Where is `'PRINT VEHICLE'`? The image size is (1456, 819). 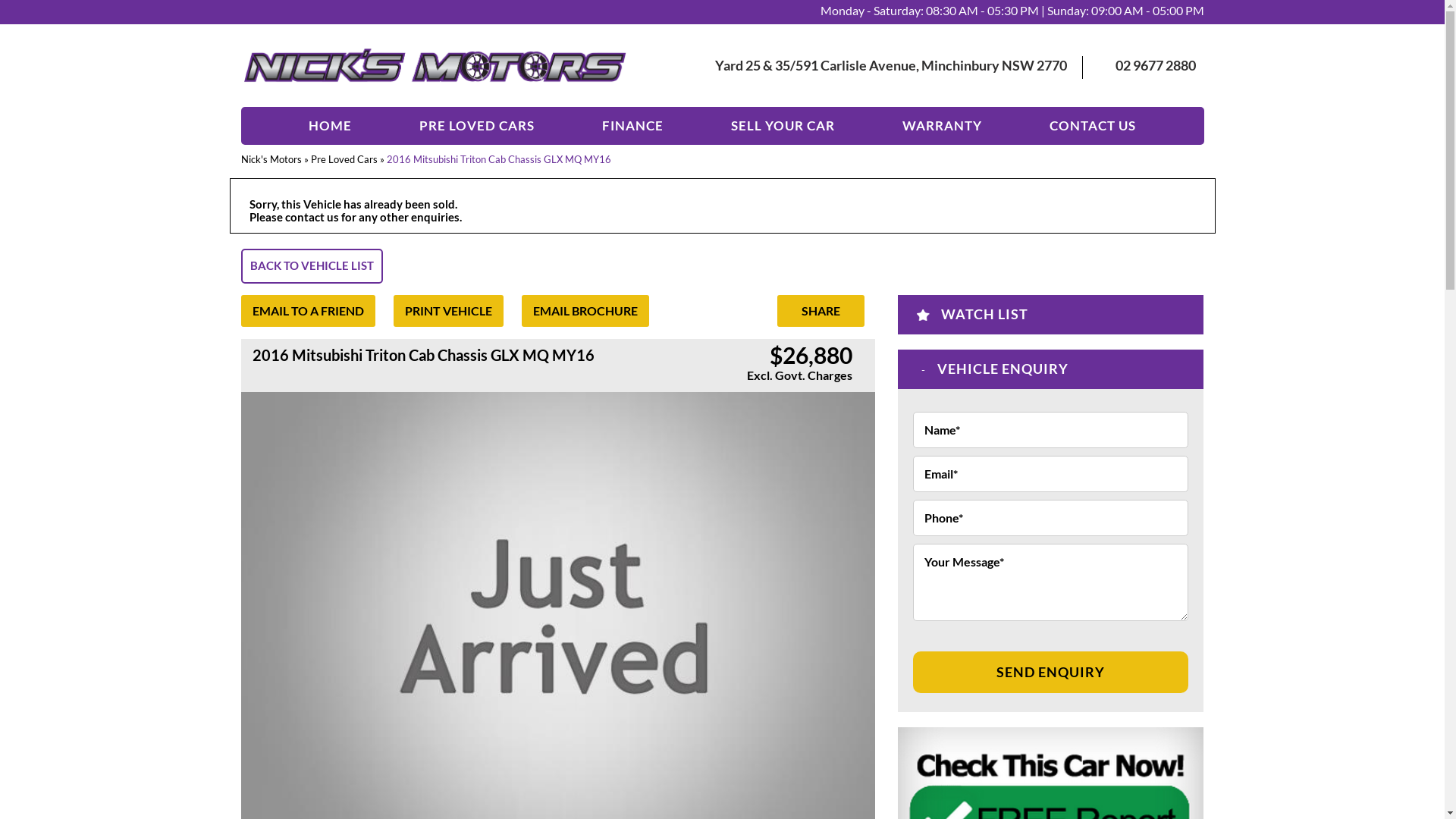
'PRINT VEHICLE' is located at coordinates (447, 310).